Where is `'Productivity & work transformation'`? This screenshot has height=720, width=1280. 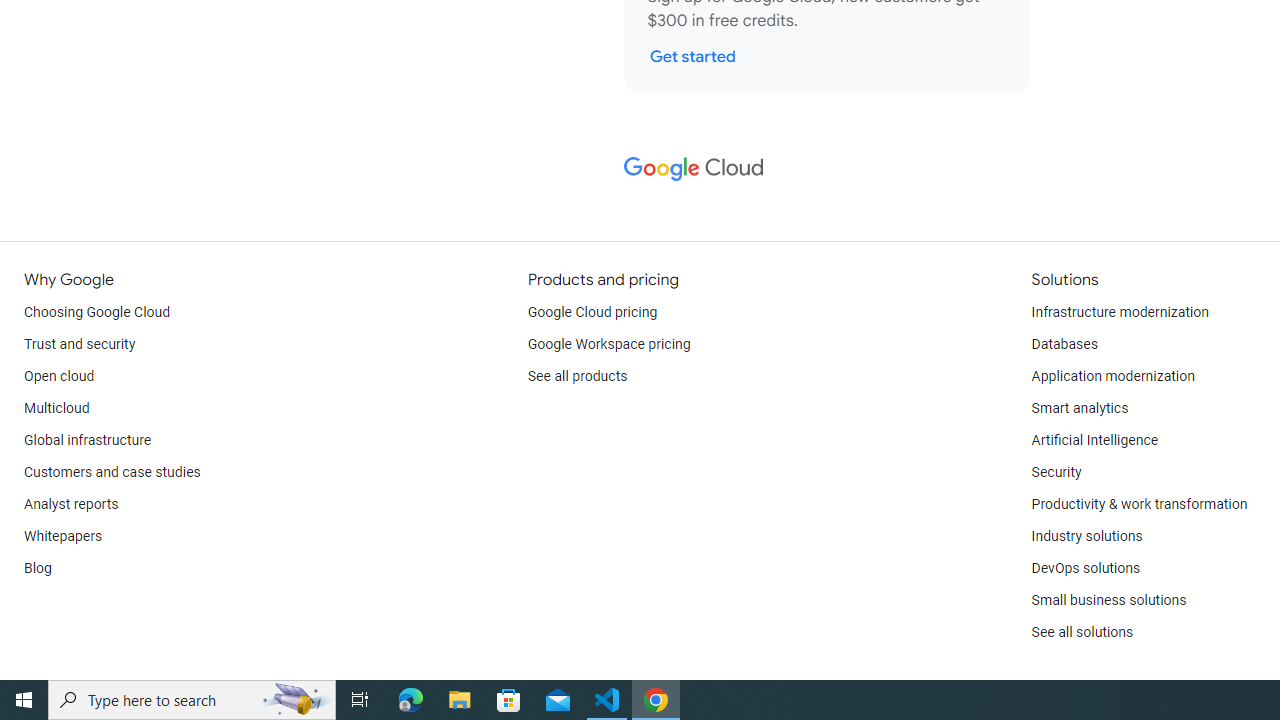 'Productivity & work transformation' is located at coordinates (1139, 504).